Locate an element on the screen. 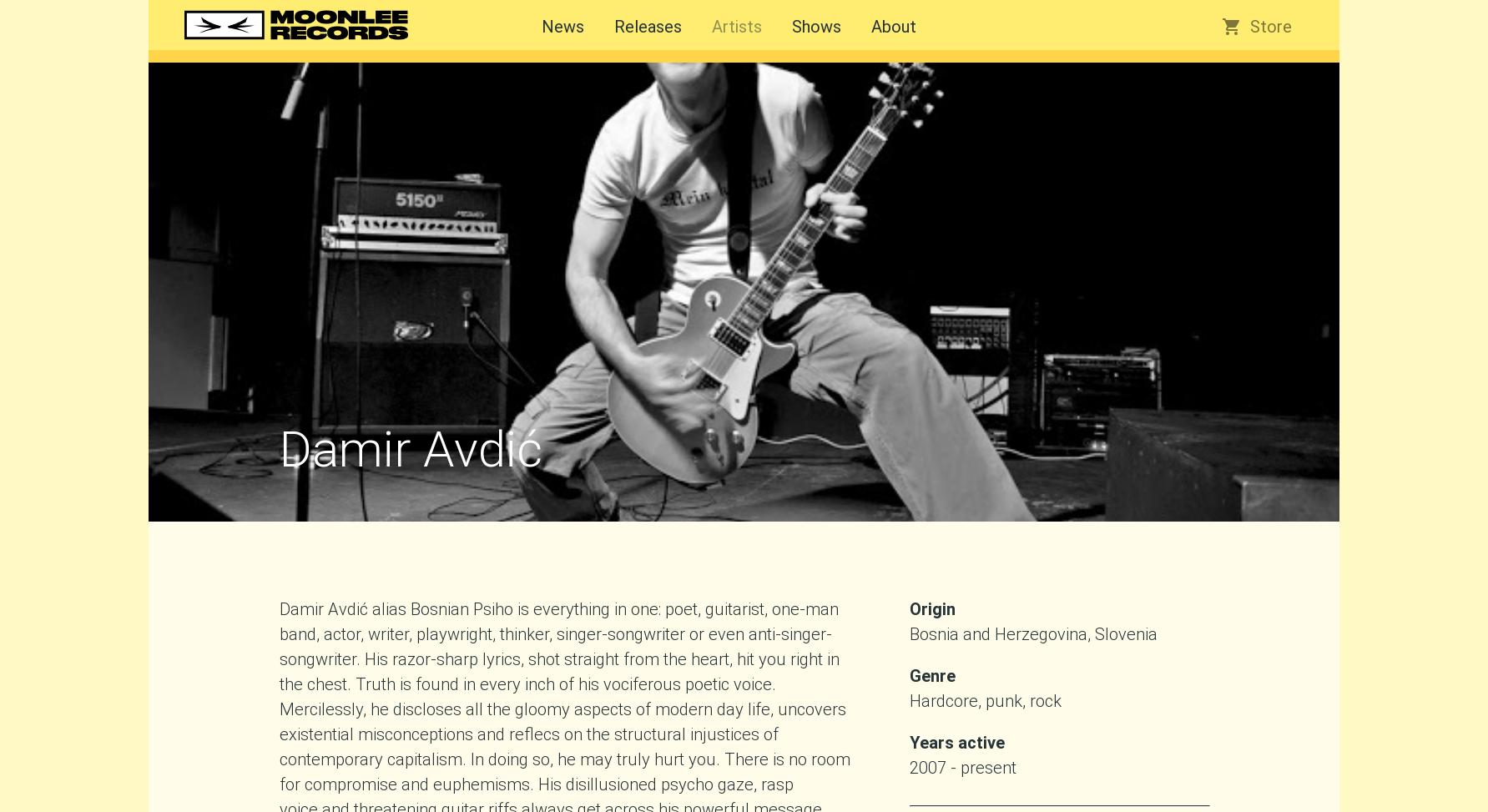  '2007 - present' is located at coordinates (961, 766).